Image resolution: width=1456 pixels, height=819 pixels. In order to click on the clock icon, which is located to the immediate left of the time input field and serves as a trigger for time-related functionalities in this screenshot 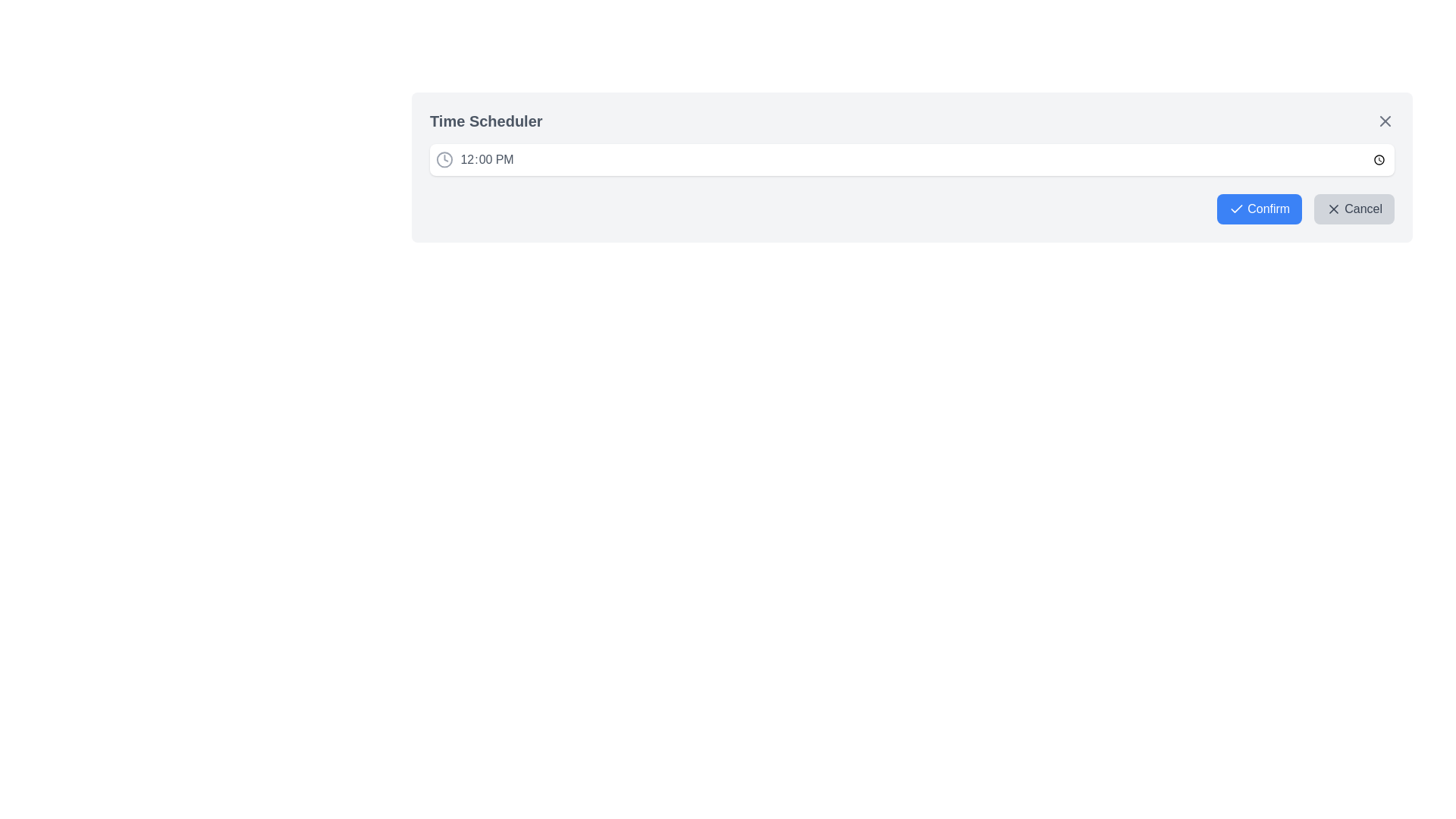, I will do `click(444, 160)`.